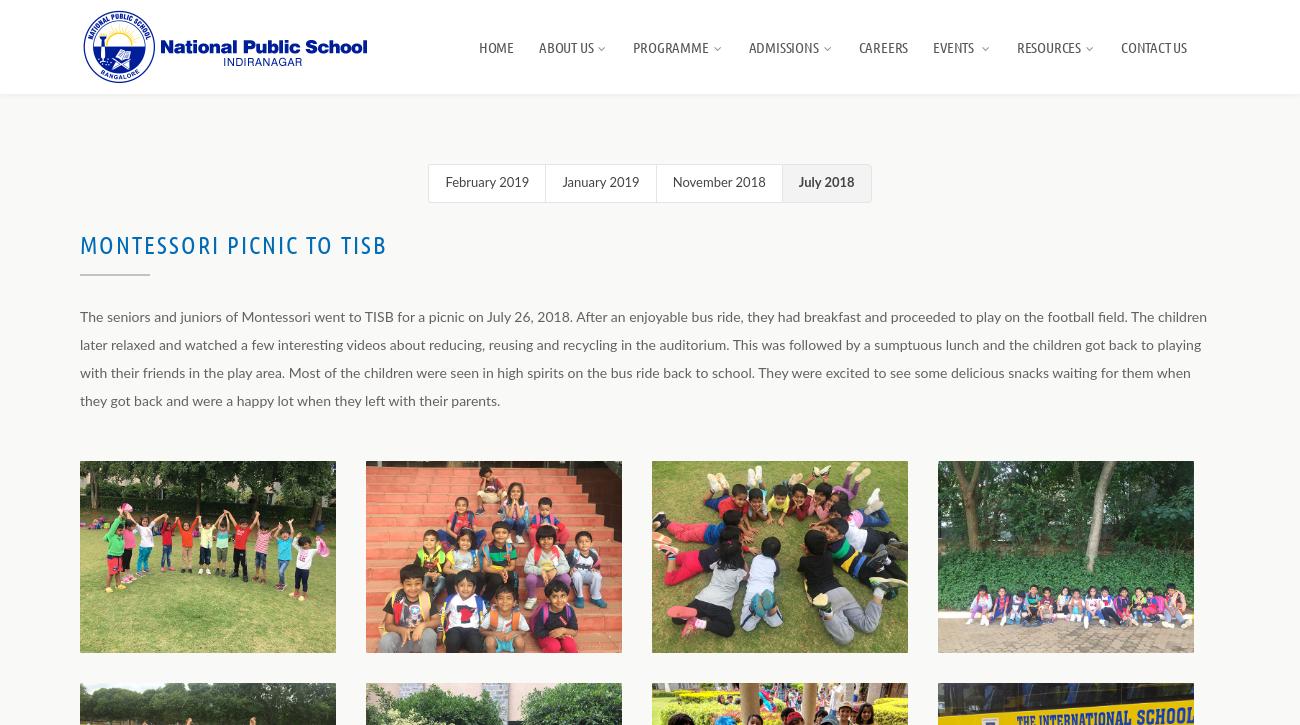  I want to click on 'About us', so click(564, 46).